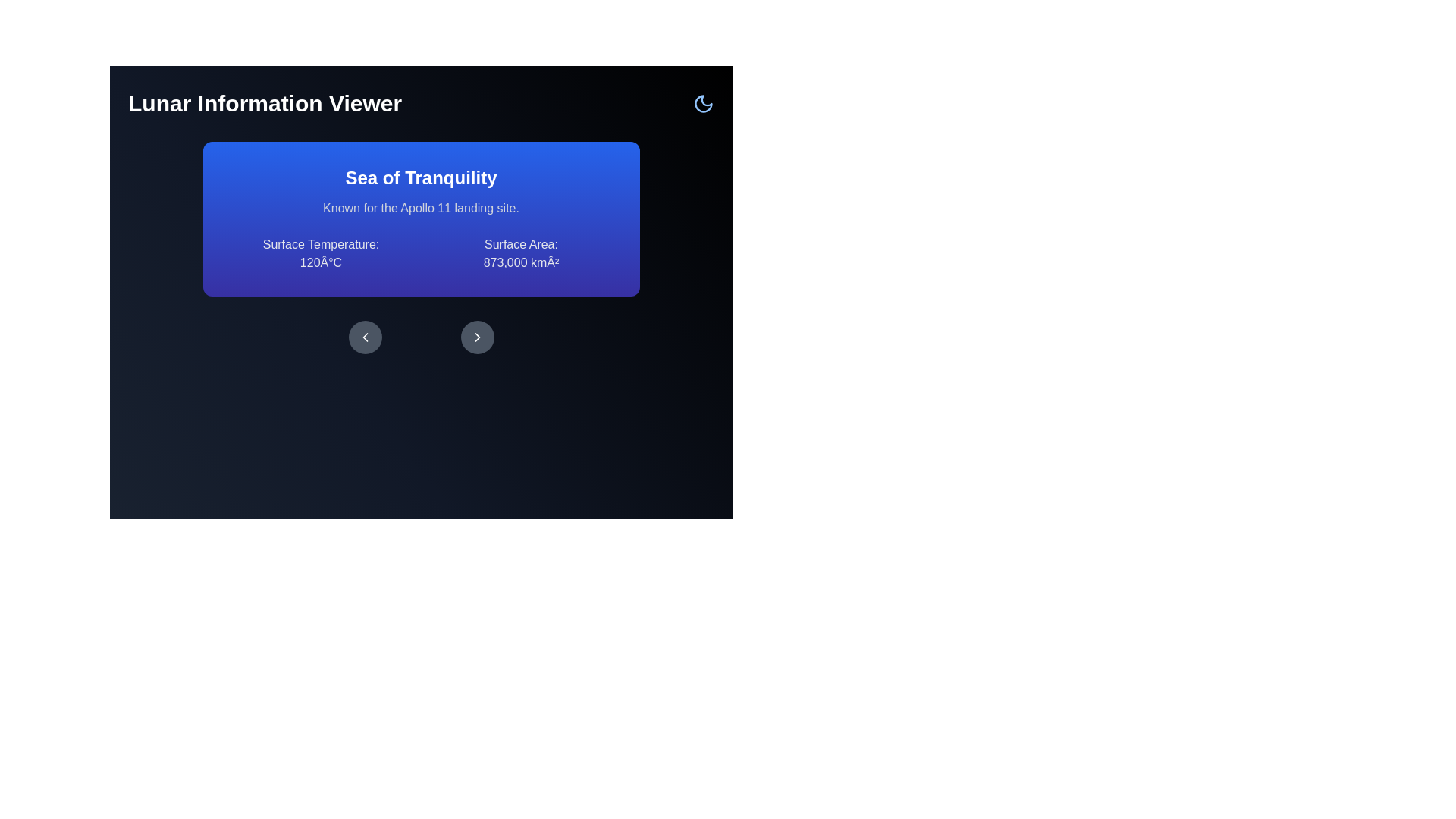 The image size is (1456, 819). I want to click on the vector graphic representation of the chevron arrow used for backward navigation, so click(365, 336).